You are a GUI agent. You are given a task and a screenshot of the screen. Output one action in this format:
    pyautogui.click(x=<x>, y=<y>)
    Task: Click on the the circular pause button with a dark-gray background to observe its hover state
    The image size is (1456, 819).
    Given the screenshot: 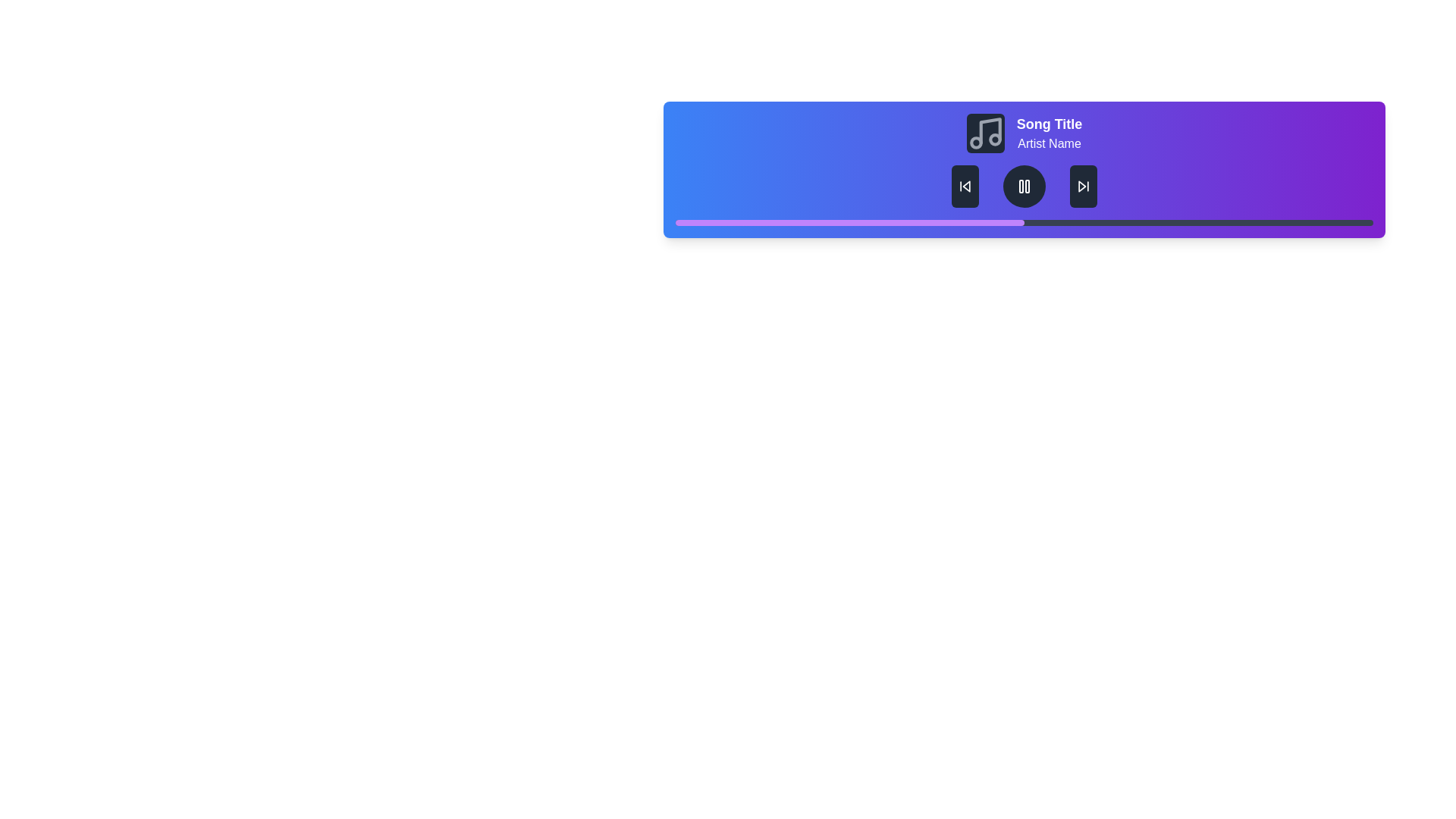 What is the action you would take?
    pyautogui.click(x=1024, y=186)
    